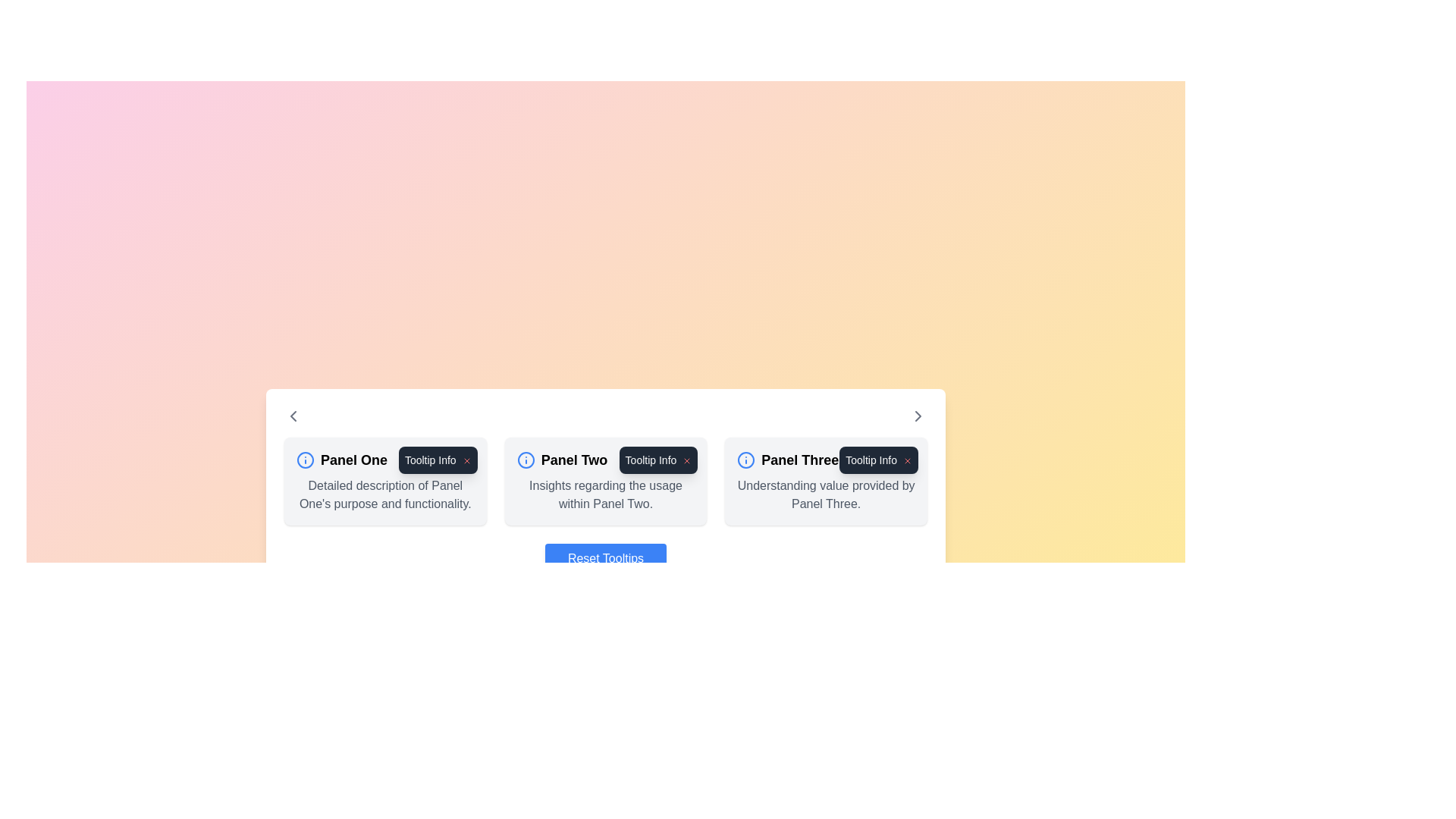  I want to click on the interactive icon located at the leftmost part of the header in 'Panel One', so click(305, 459).